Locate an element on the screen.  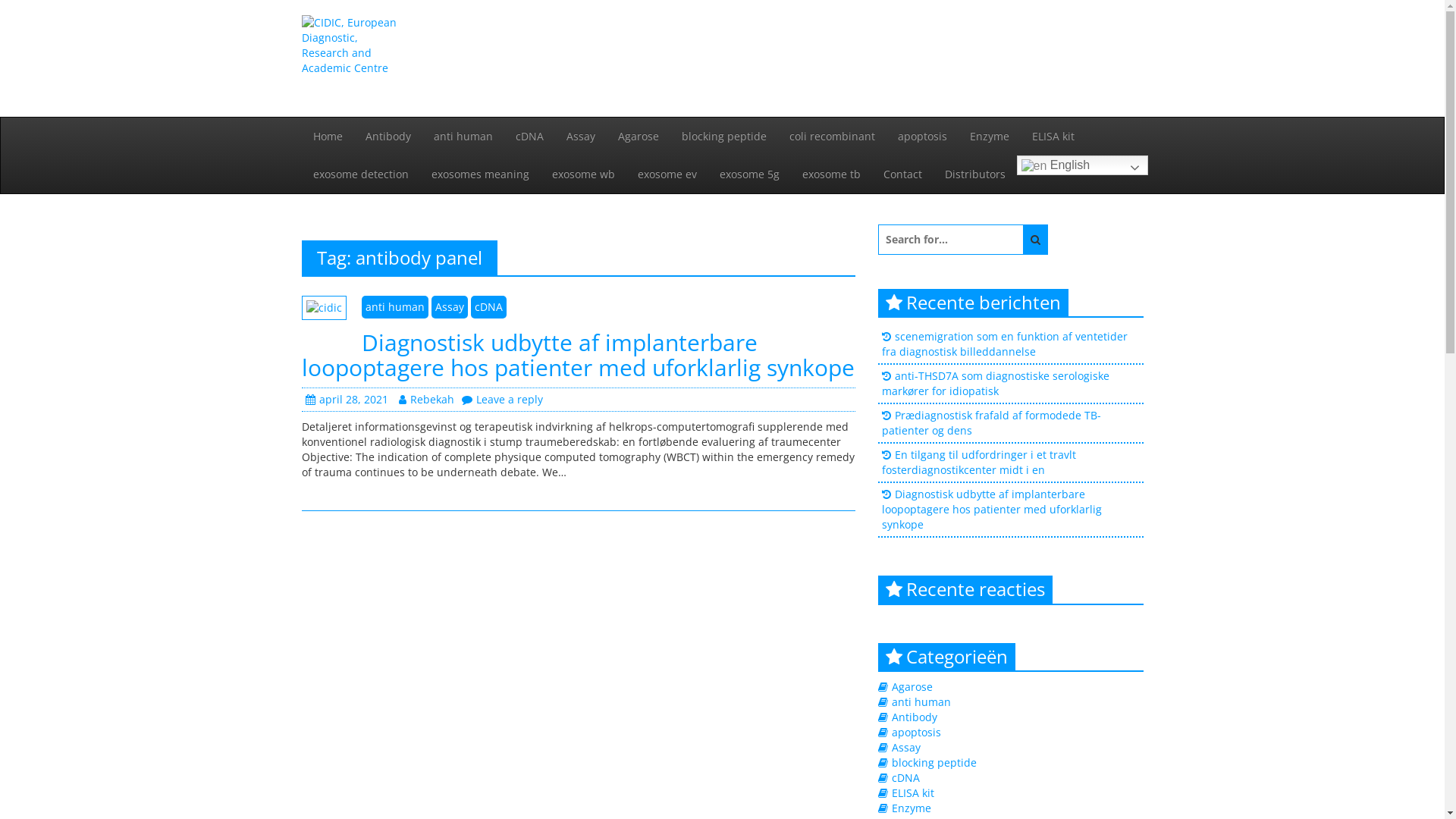
'apoptosis' is located at coordinates (915, 731).